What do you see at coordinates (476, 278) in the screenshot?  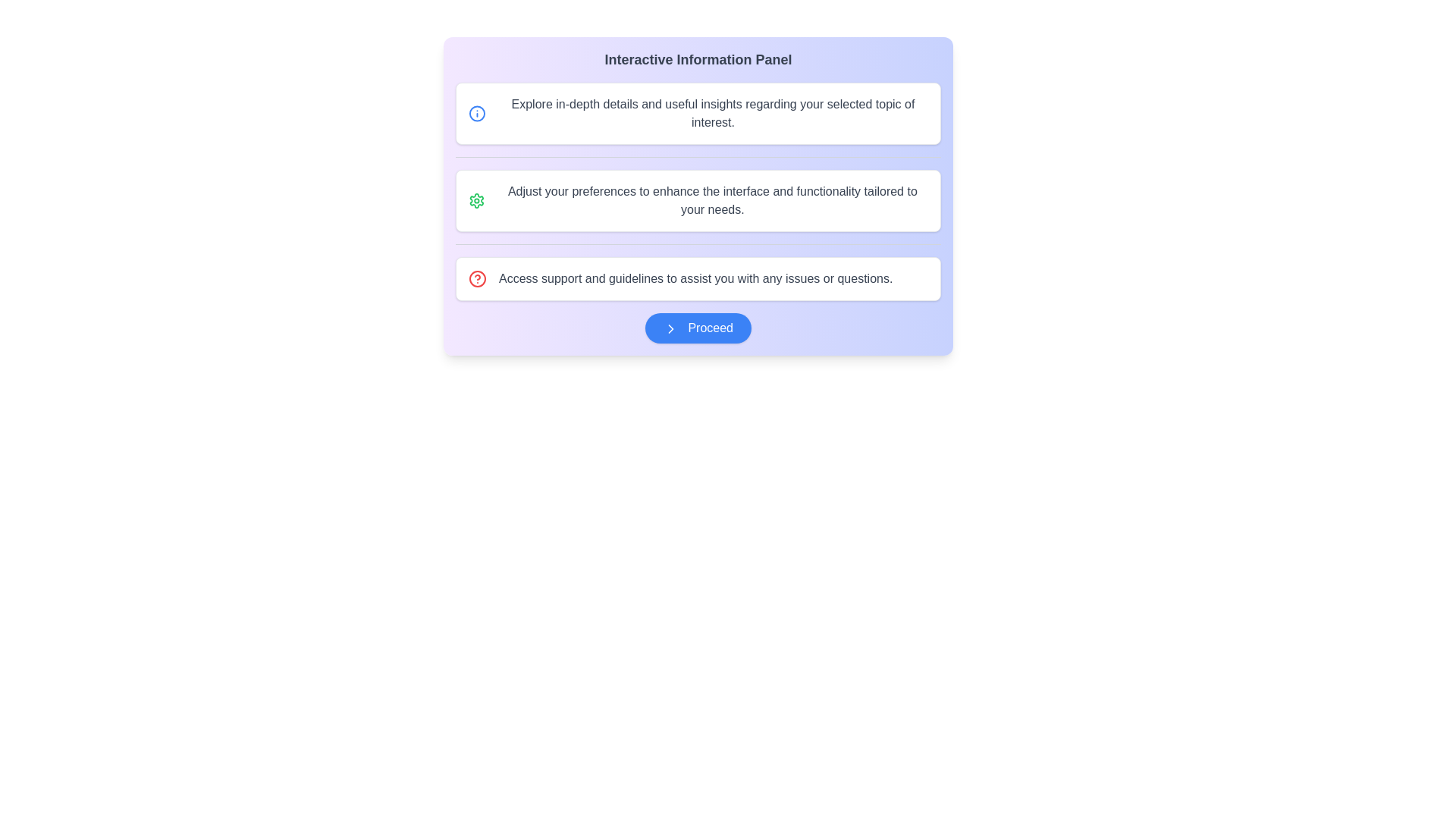 I see `the innermost circular SVG graphic that is positioned to the left of the third option in the interface panel` at bounding box center [476, 278].